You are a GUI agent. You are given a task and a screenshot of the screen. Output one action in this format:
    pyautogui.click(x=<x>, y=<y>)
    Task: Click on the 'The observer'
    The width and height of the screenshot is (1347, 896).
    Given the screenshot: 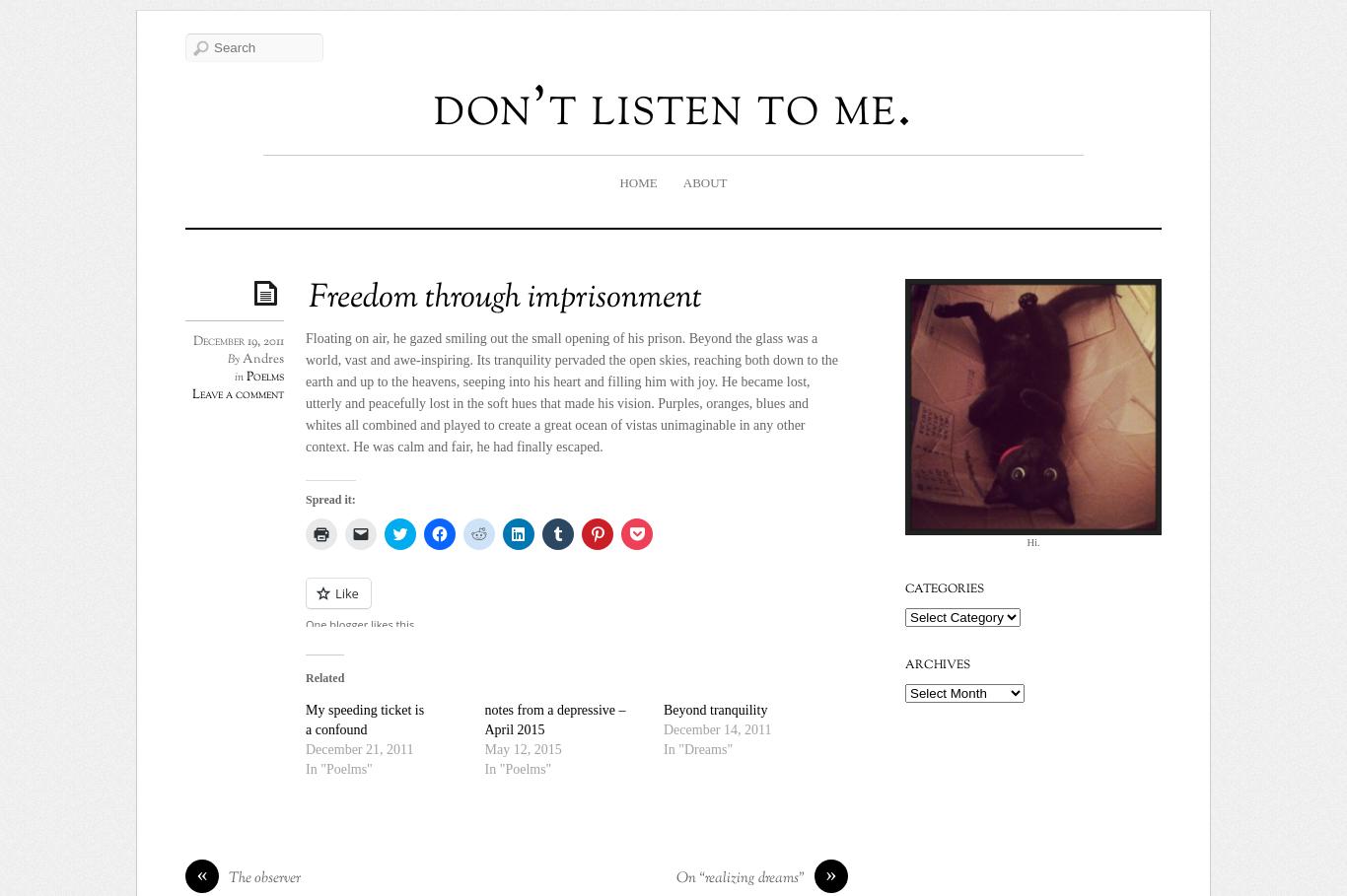 What is the action you would take?
    pyautogui.click(x=264, y=878)
    